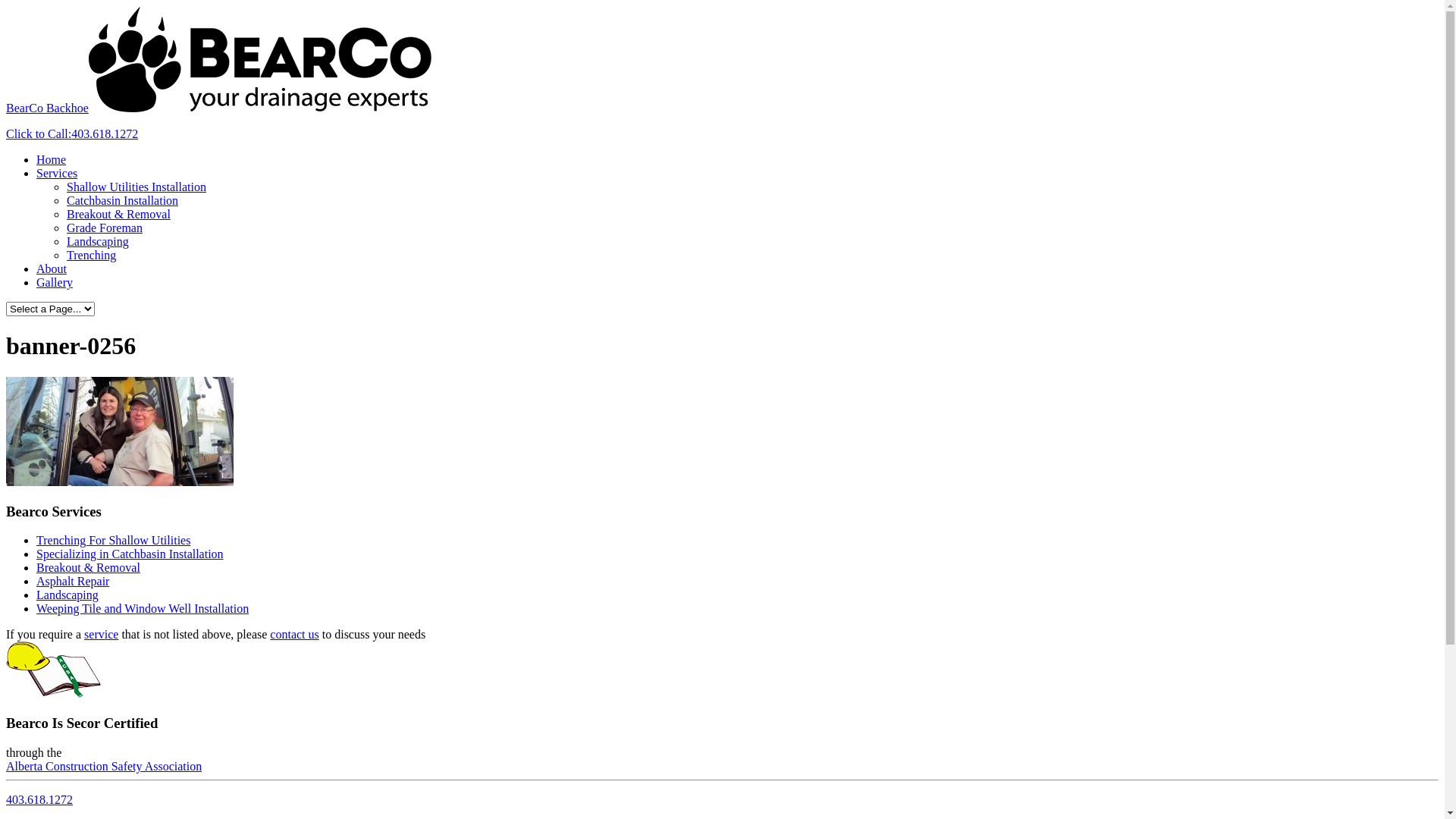 This screenshot has width=1456, height=819. I want to click on 'Click to Call:', so click(39, 133).